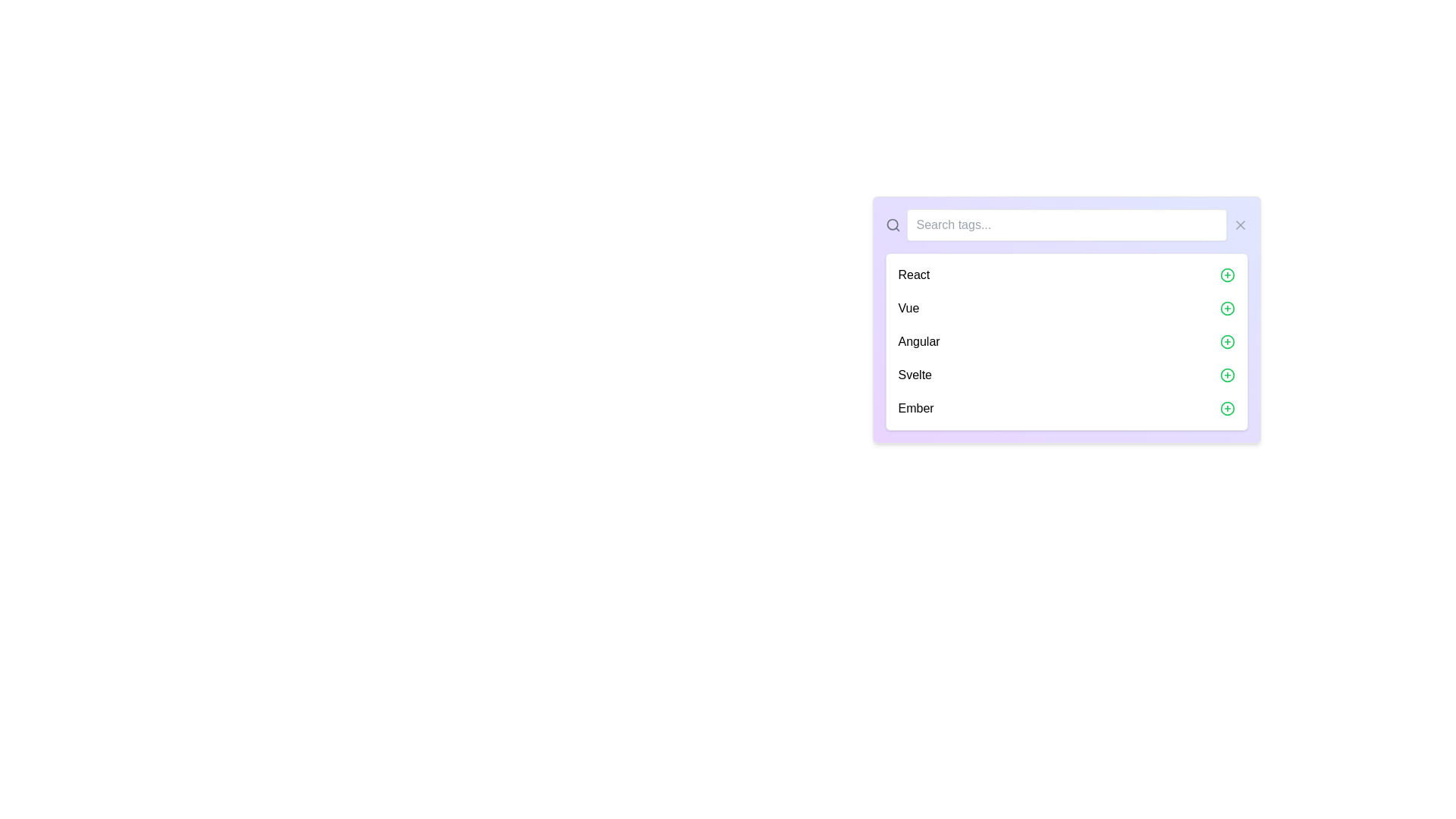 The width and height of the screenshot is (1456, 819). Describe the element at coordinates (1227, 375) in the screenshot. I see `the interactive button on the rightmost side of the 'Svelte' row` at that location.